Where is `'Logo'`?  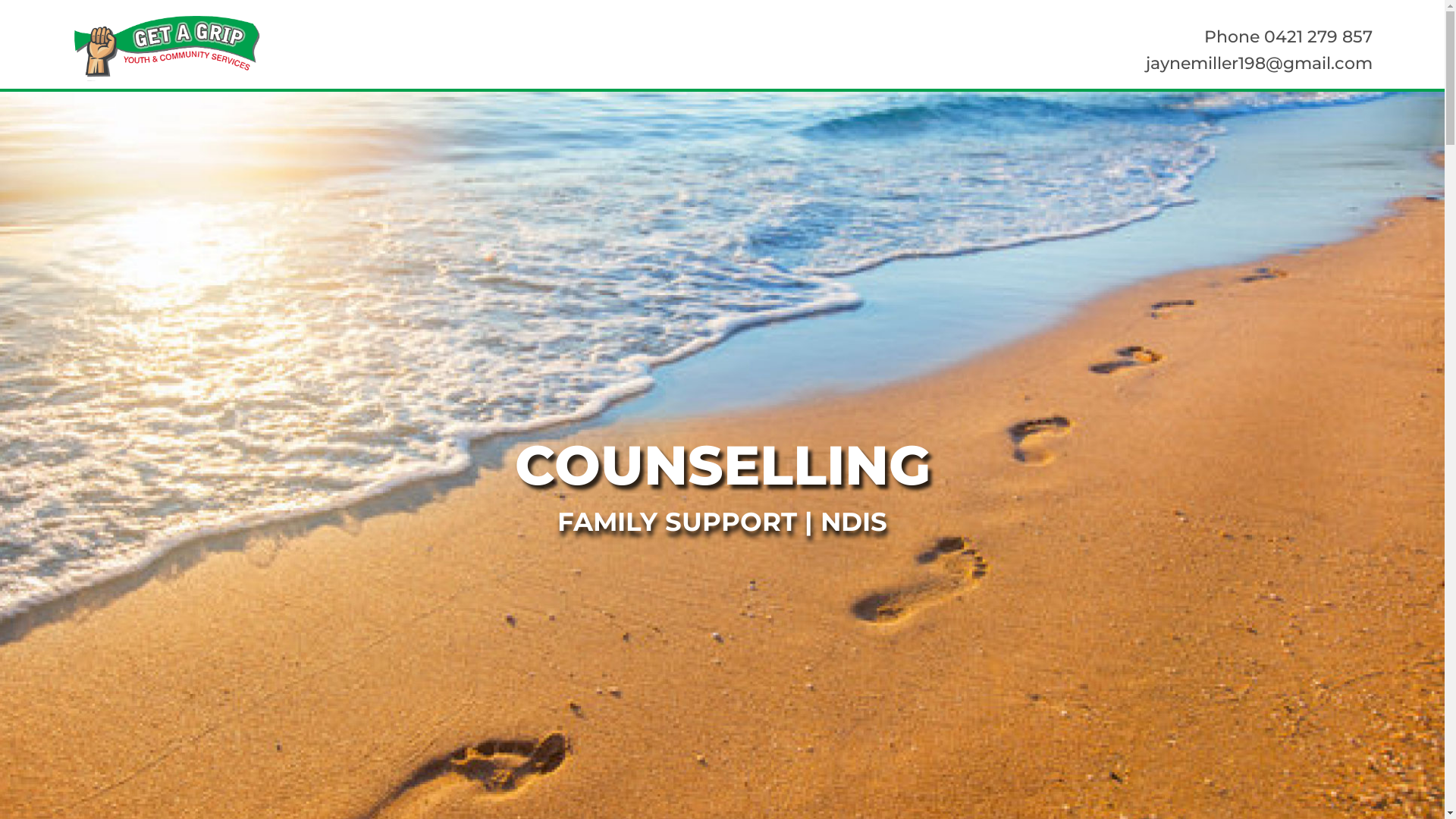
'Logo' is located at coordinates (167, 45).